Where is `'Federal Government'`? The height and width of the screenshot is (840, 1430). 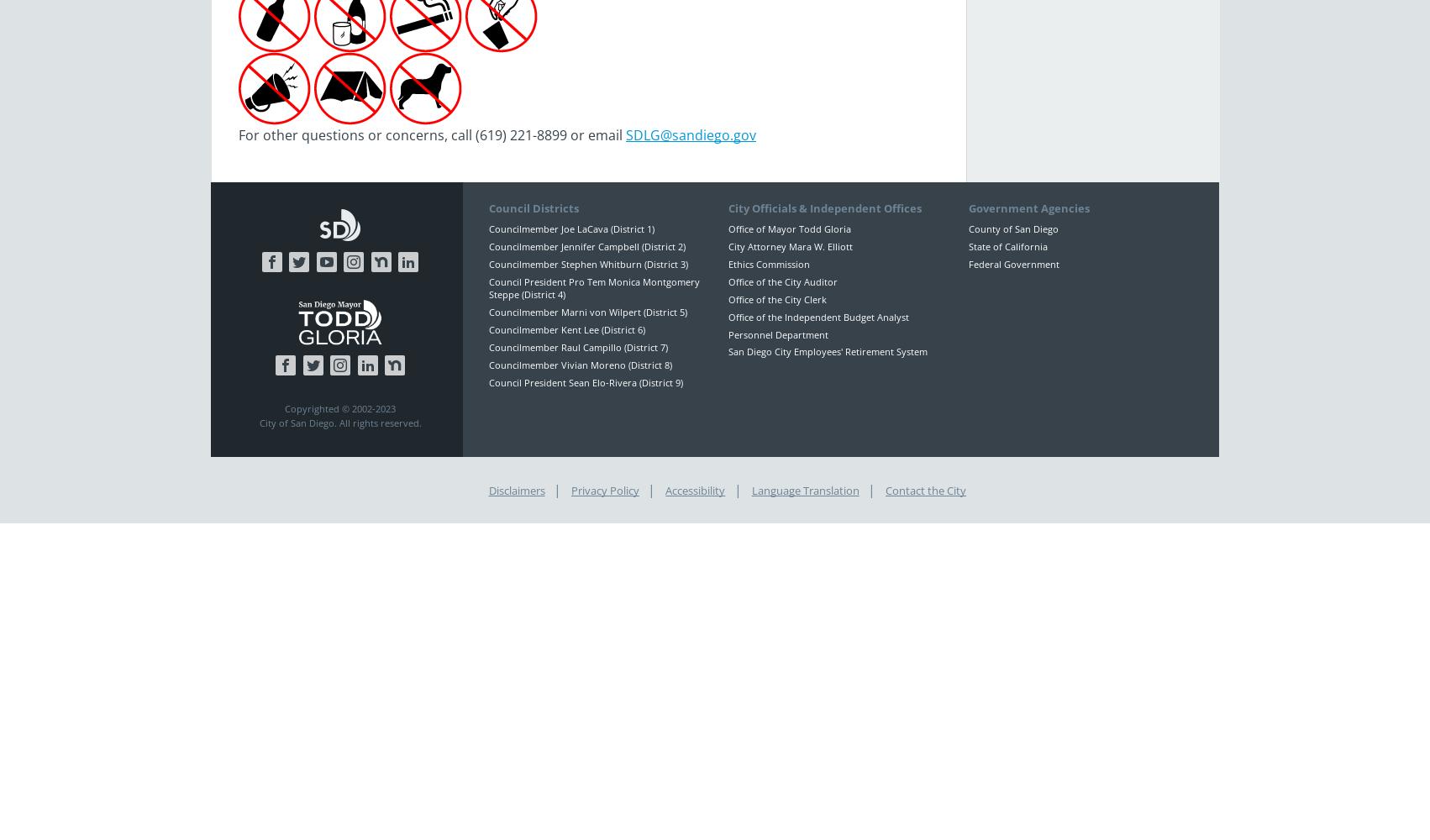
'Federal Government' is located at coordinates (1013, 262).